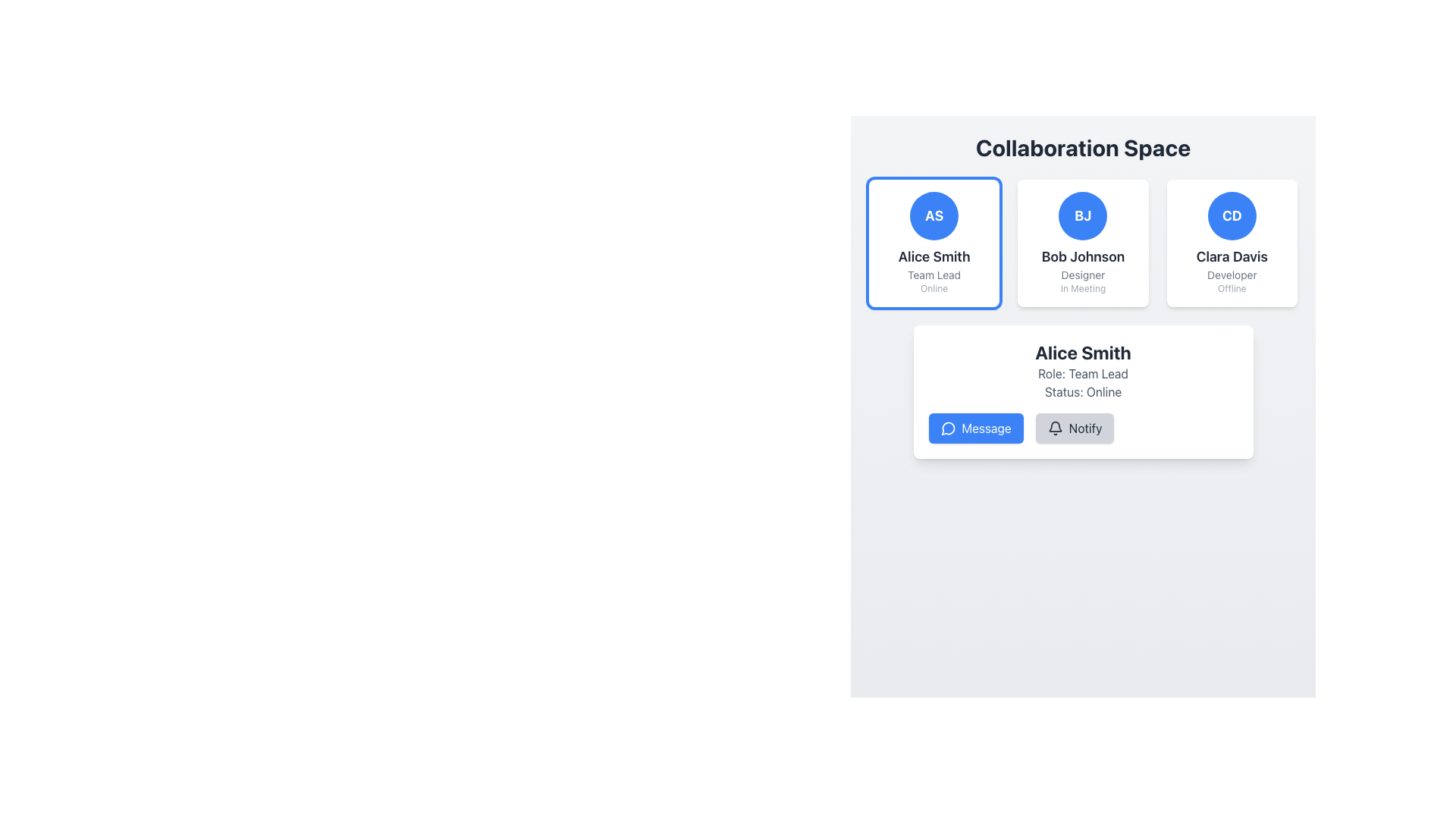 Image resolution: width=1456 pixels, height=819 pixels. I want to click on the text label displaying 'Designer' located below the name 'Bob Johnson' within a user card in the main interface grid, so click(1082, 275).